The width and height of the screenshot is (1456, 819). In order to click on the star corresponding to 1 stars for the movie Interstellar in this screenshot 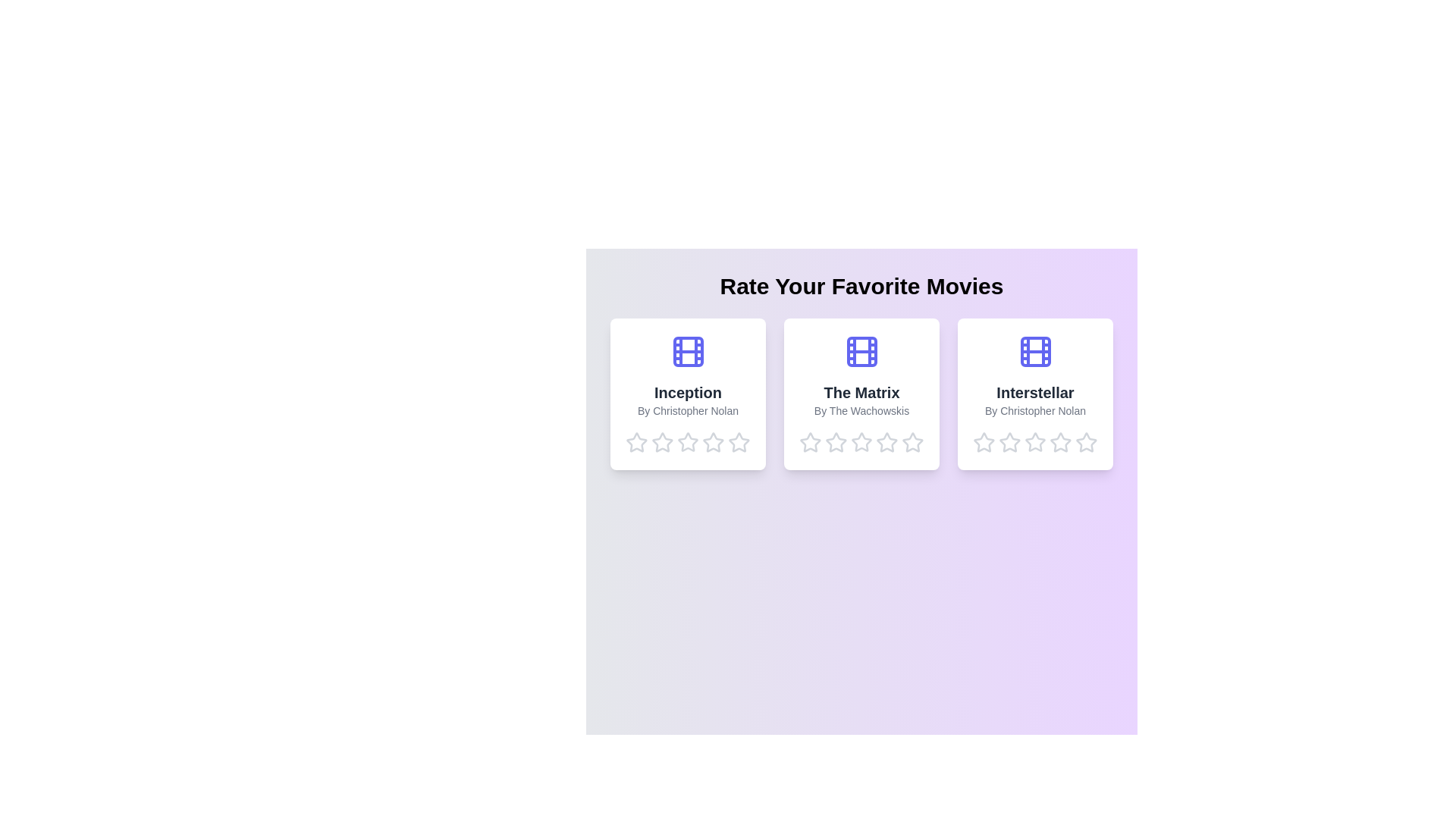, I will do `click(984, 442)`.